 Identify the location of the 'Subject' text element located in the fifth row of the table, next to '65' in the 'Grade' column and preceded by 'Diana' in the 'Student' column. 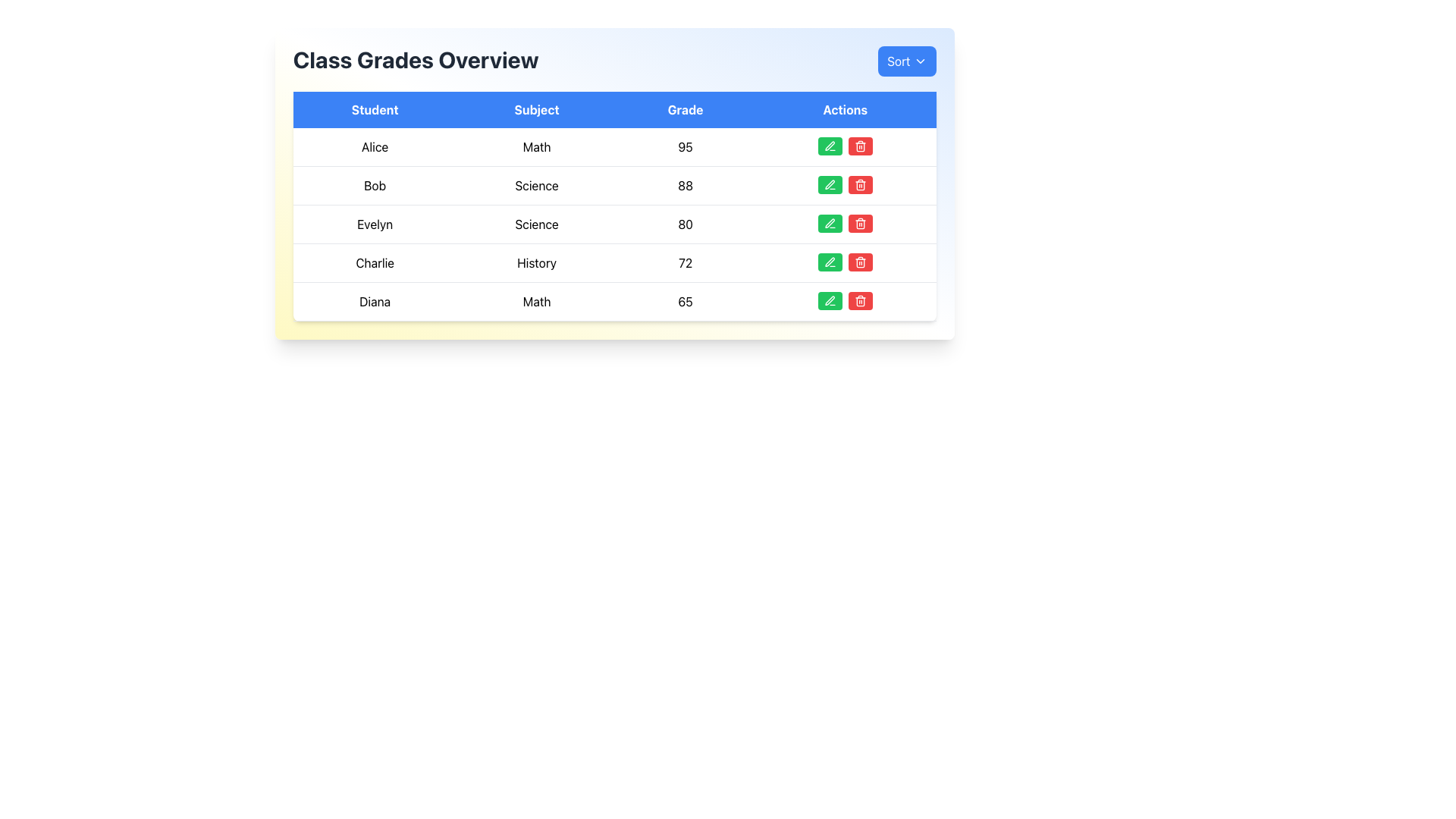
(537, 301).